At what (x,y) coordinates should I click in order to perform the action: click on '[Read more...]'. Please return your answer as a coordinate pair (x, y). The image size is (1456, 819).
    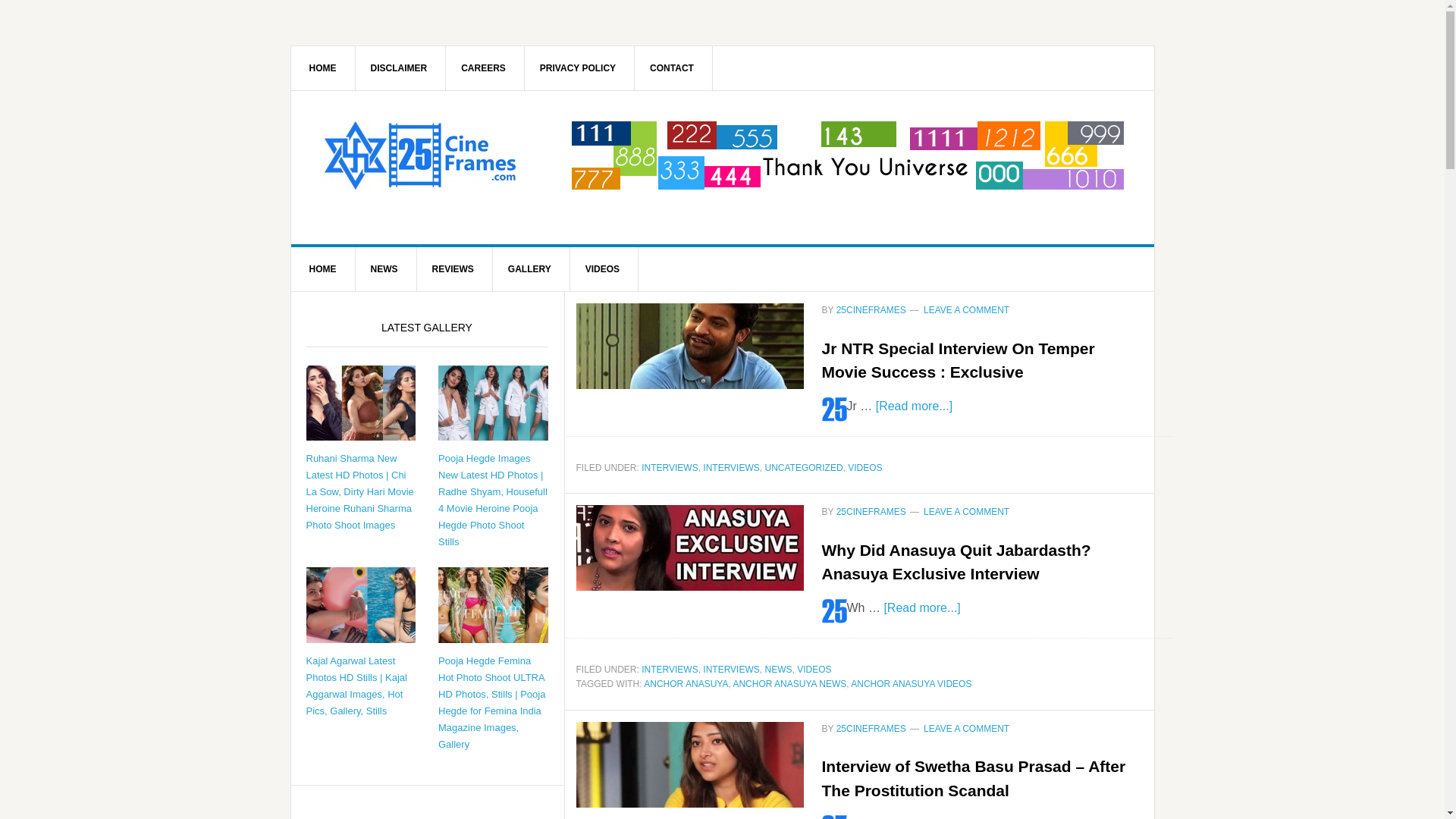
    Looking at the image, I should click on (913, 404).